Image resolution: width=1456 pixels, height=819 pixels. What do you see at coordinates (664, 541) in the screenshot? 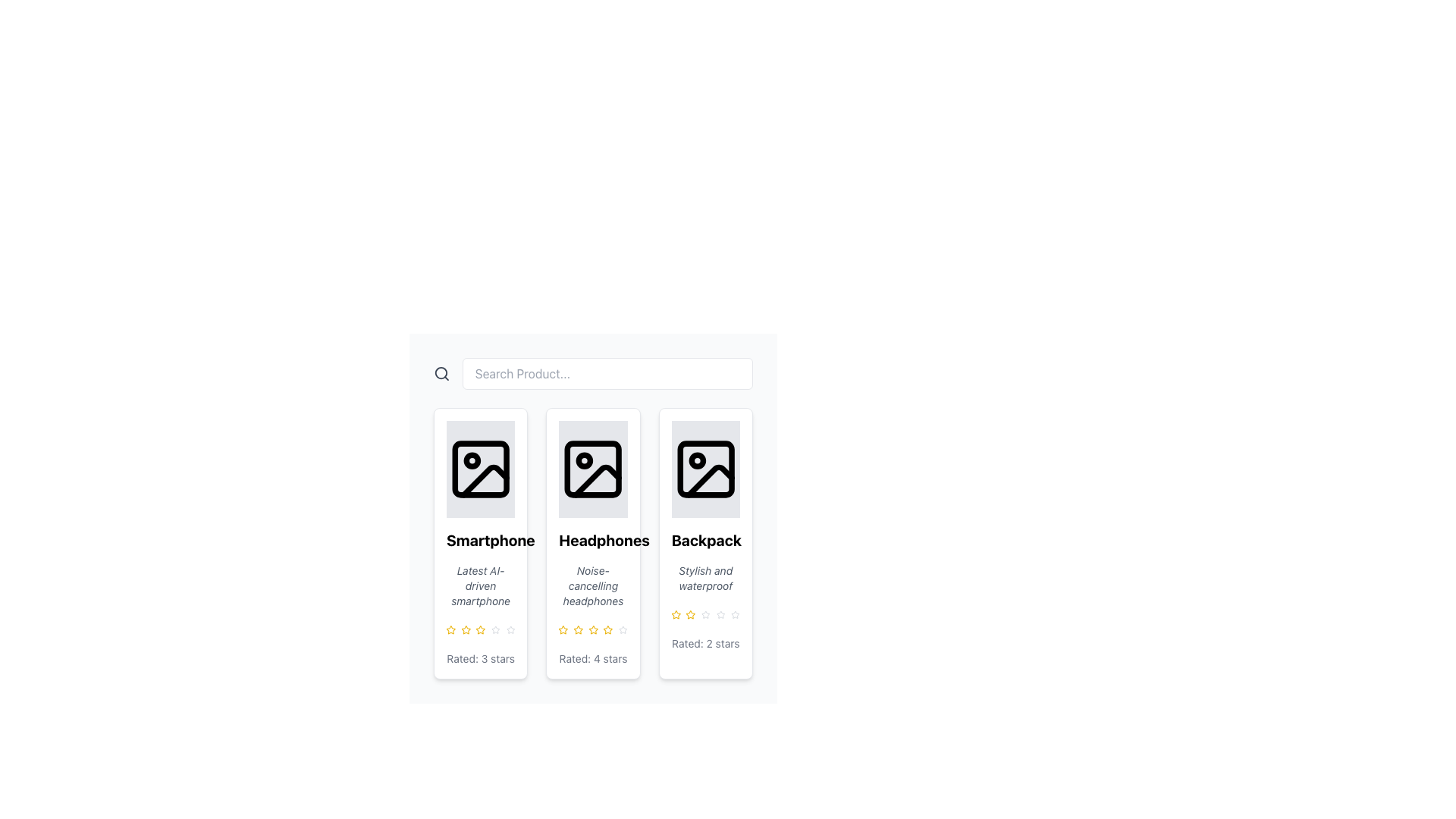
I see `the small green check mark icon located in the third column of the grid layout under the 'Backpack' item` at bounding box center [664, 541].